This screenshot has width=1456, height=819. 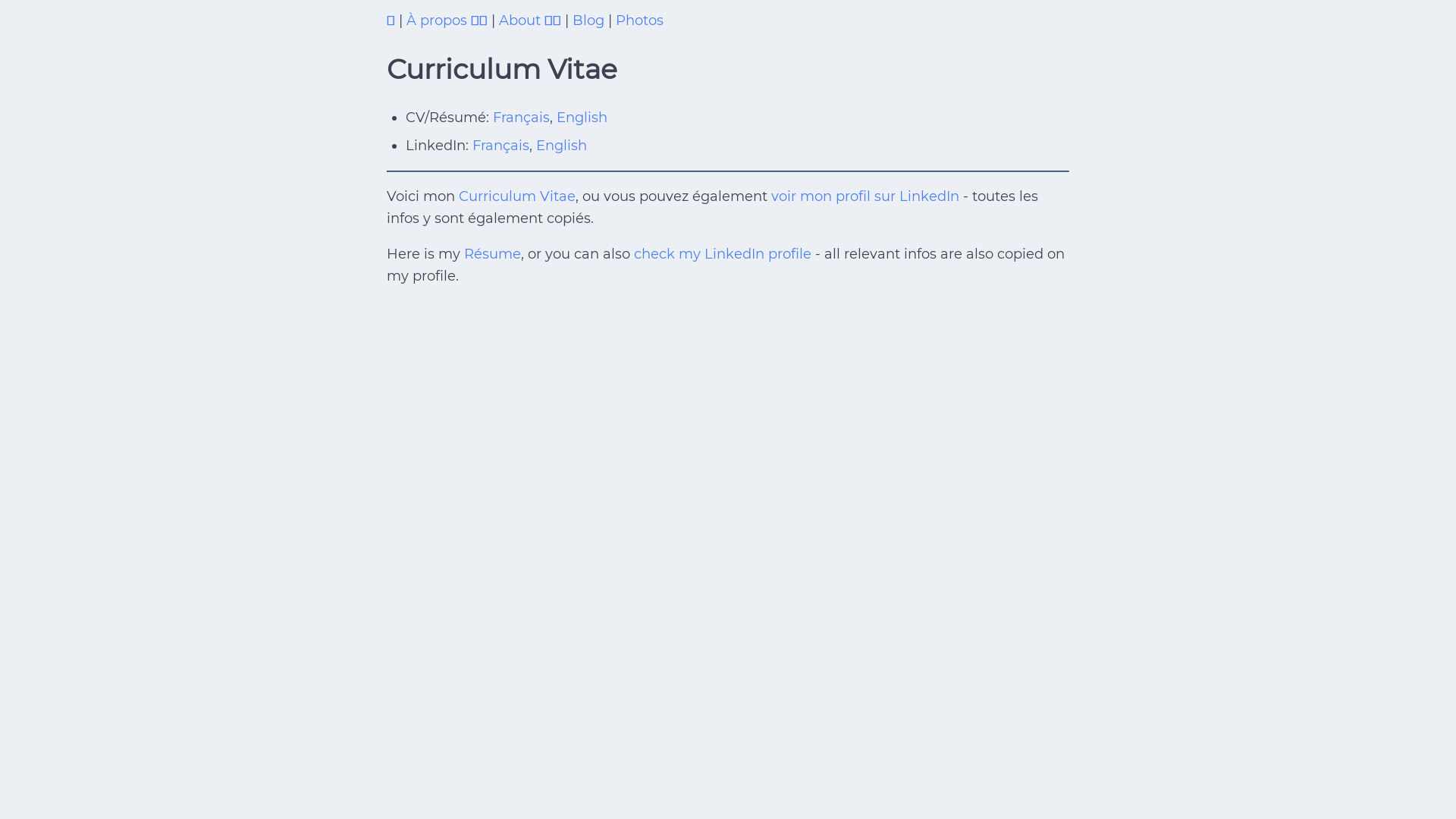 I want to click on 'Curriculum Vitae', so click(x=516, y=195).